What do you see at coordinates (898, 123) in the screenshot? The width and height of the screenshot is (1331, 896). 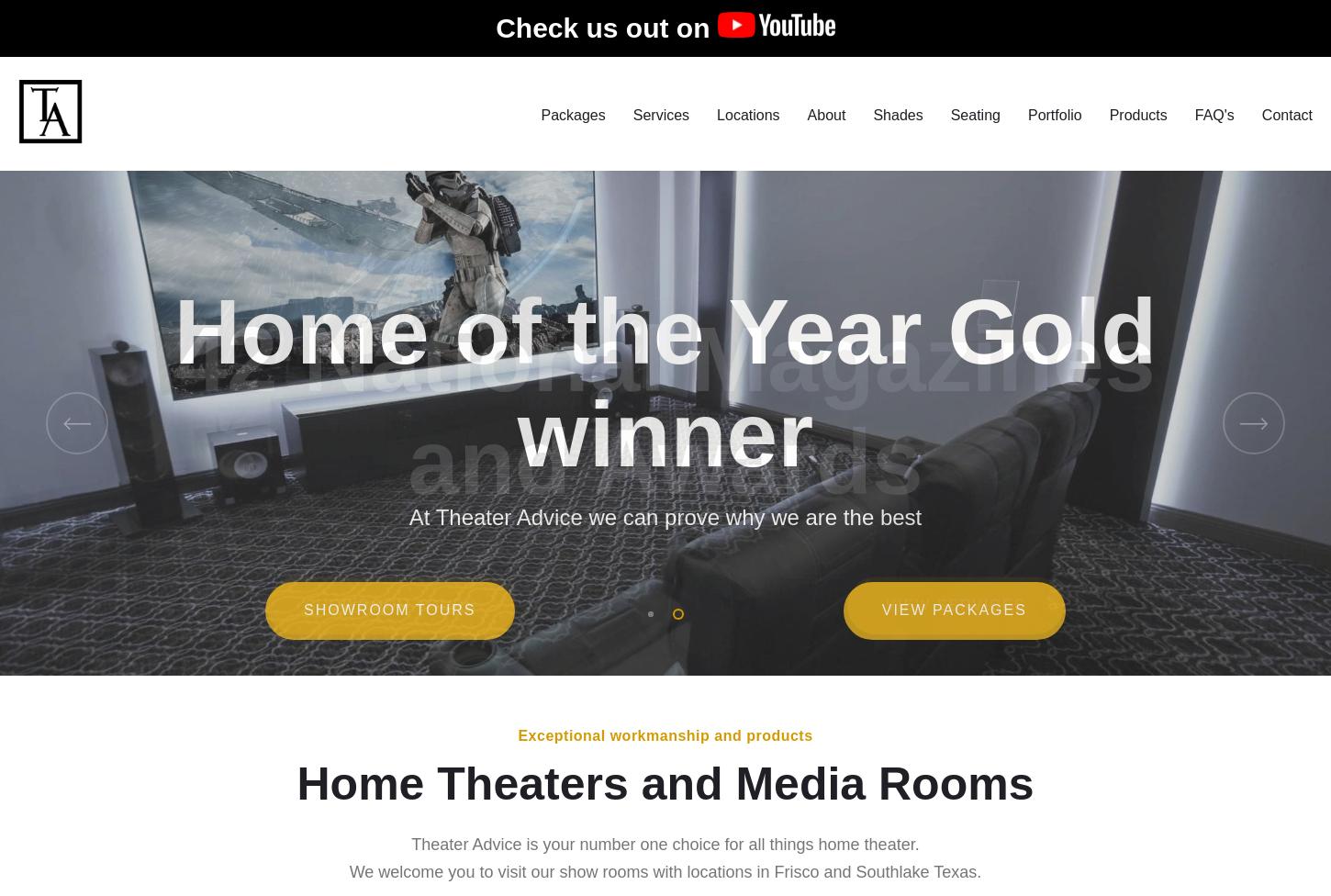 I see `'Shades'` at bounding box center [898, 123].